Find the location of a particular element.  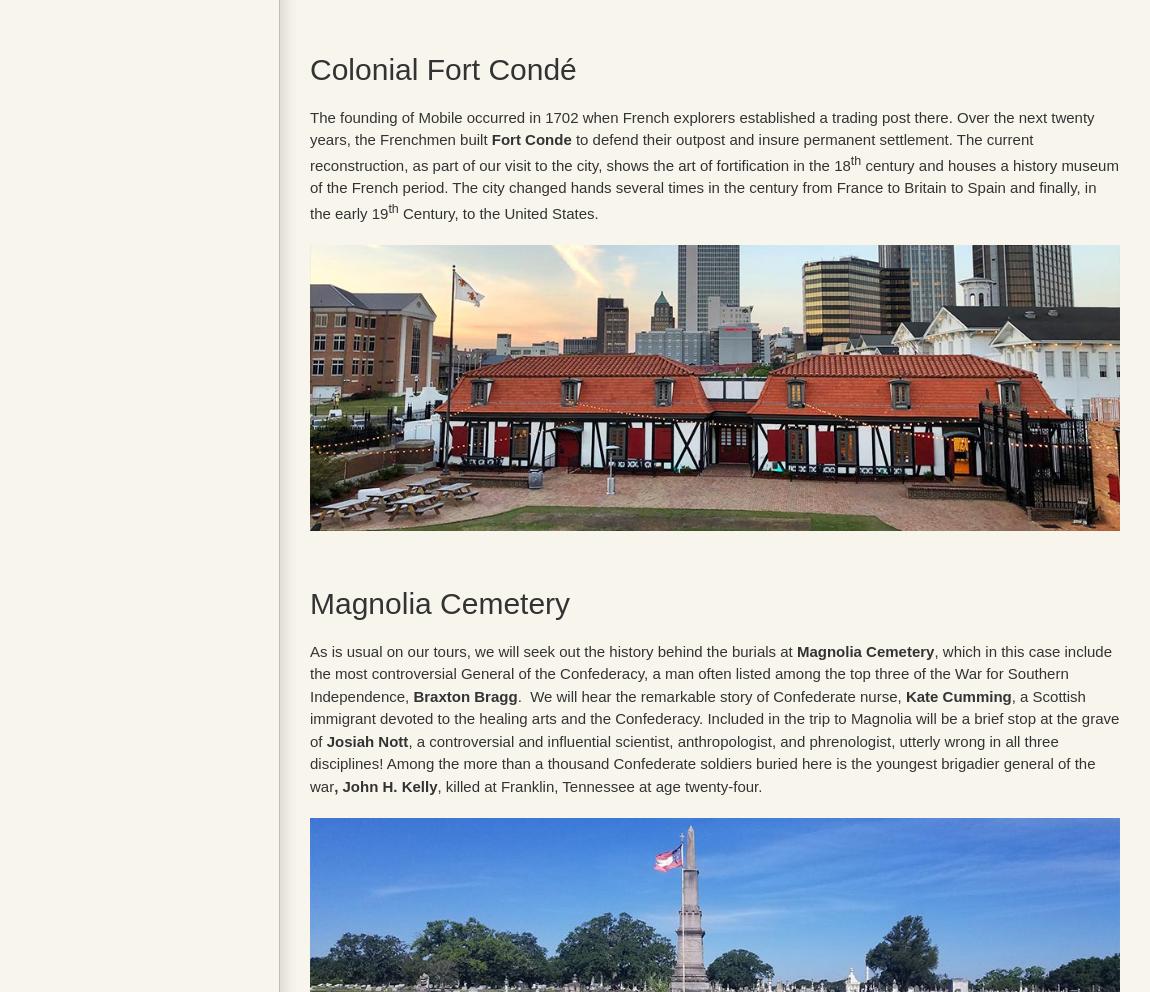

', killed at Franklin, Tennessee at age twenty-four.' is located at coordinates (598, 784).